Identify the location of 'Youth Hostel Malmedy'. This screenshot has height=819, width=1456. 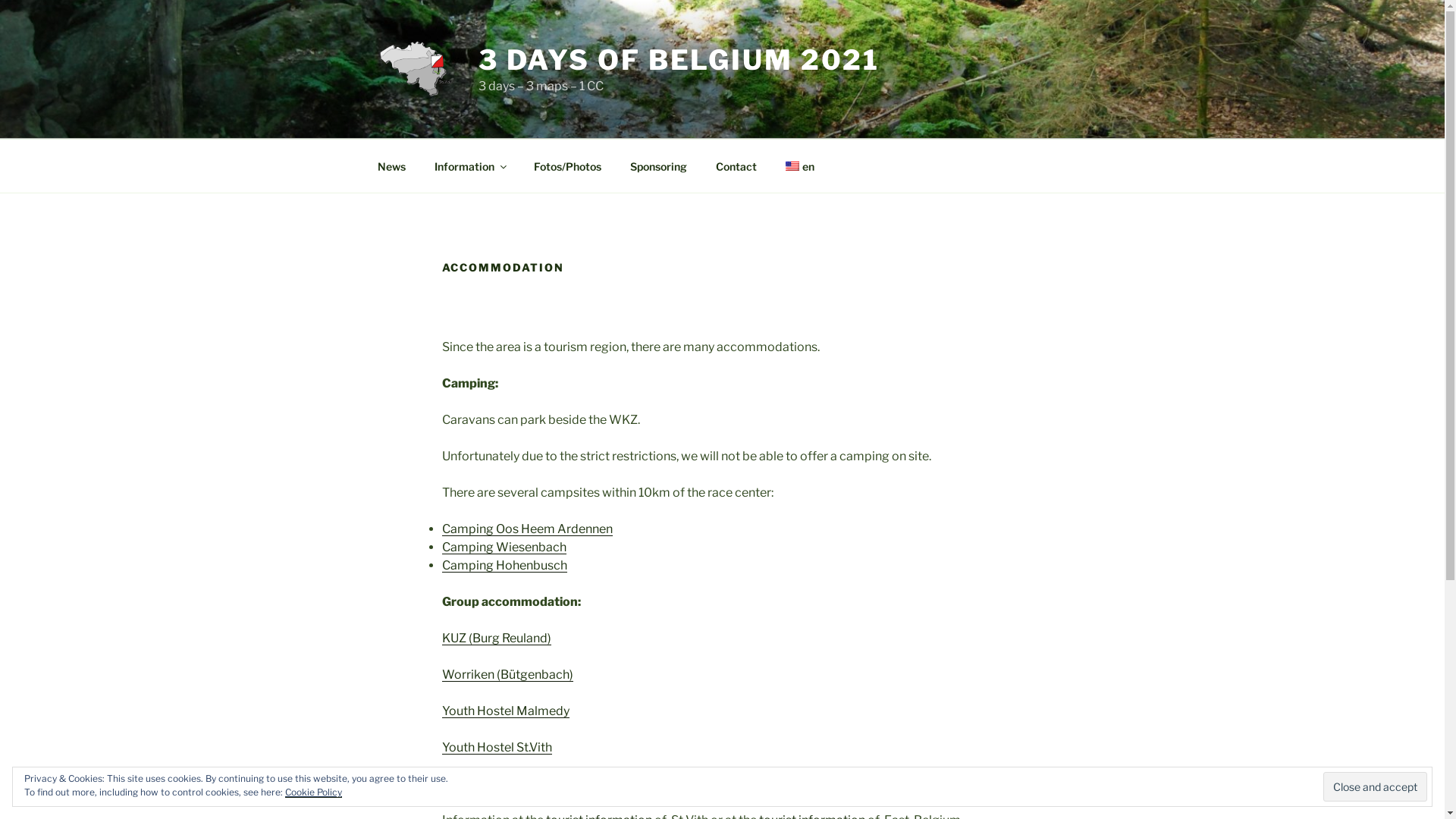
(505, 711).